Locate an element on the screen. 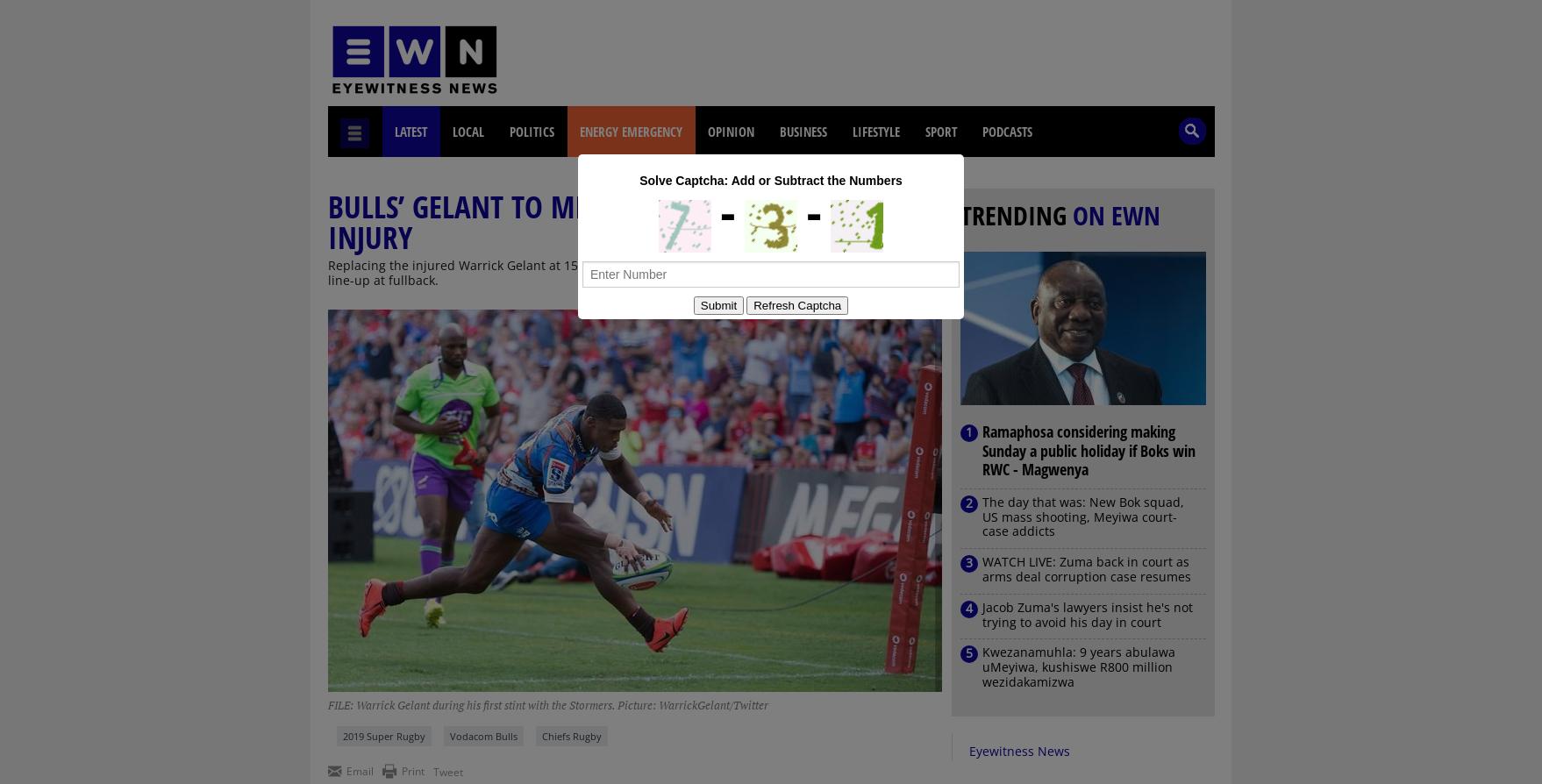  'Bulls’ Gelant to miss Chiefs clash due to injury' is located at coordinates (598, 220).